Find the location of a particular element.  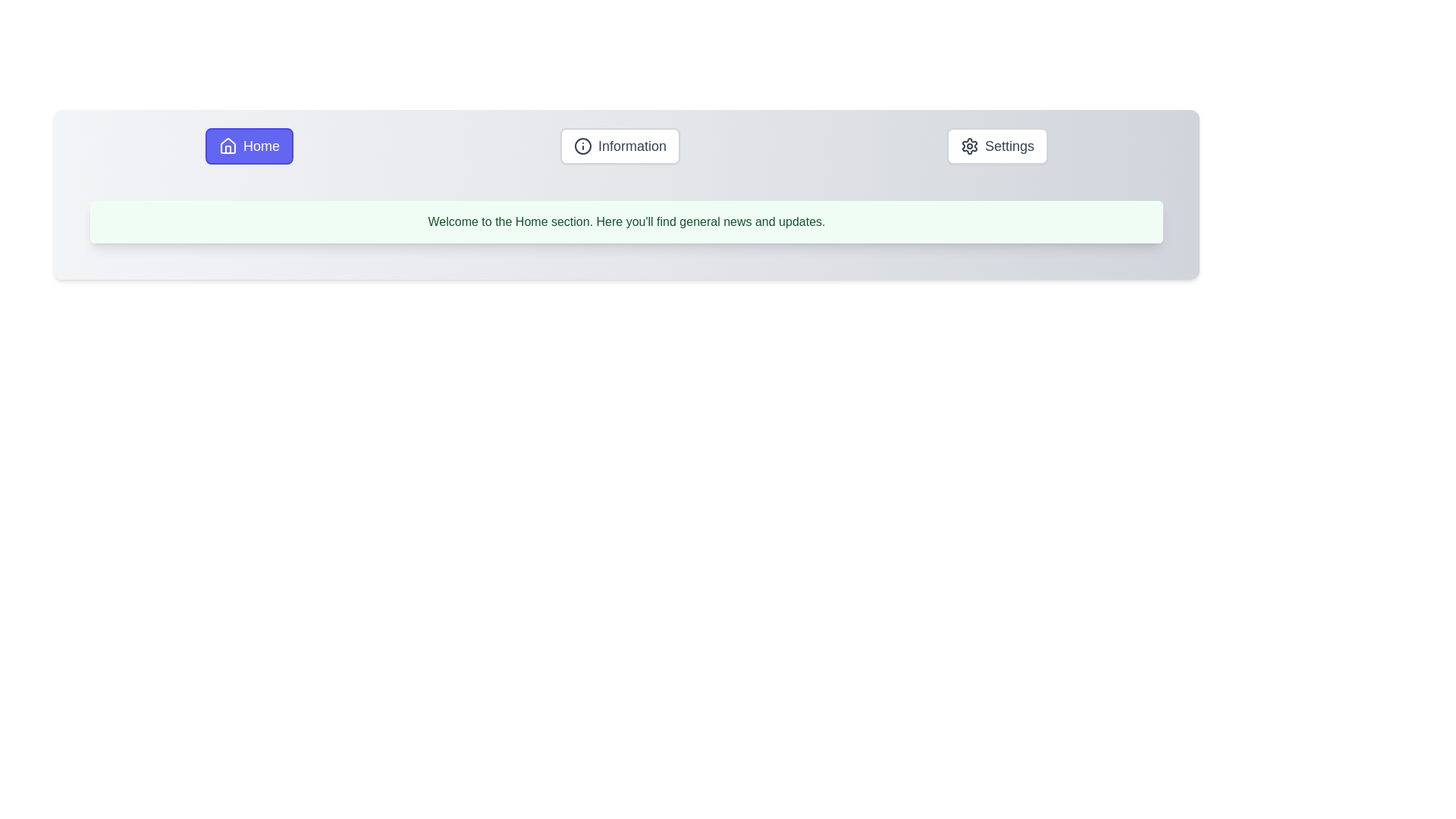

the Settings tab by clicking its button is located at coordinates (997, 146).